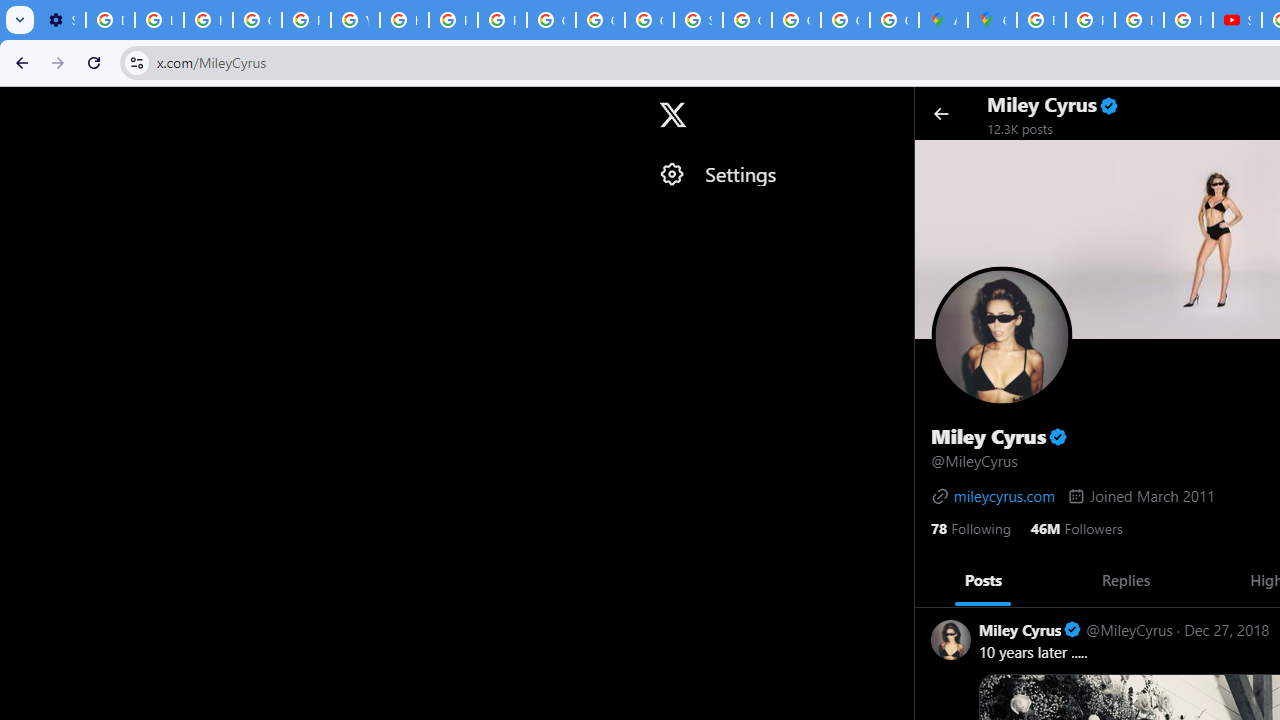 Image resolution: width=1280 pixels, height=720 pixels. Describe the element at coordinates (452, 20) in the screenshot. I see `'Privacy Help Center - Policies Help'` at that location.